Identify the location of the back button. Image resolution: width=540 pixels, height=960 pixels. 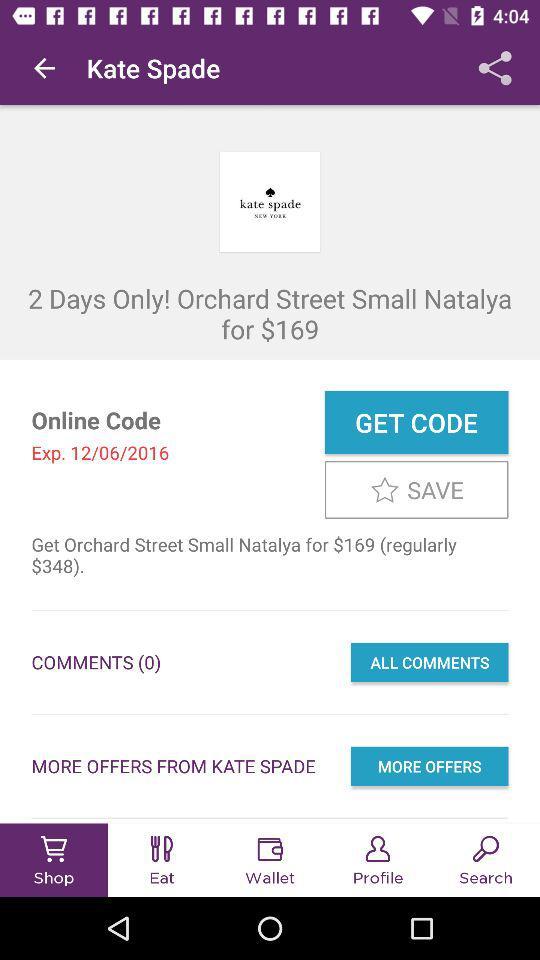
(44, 68).